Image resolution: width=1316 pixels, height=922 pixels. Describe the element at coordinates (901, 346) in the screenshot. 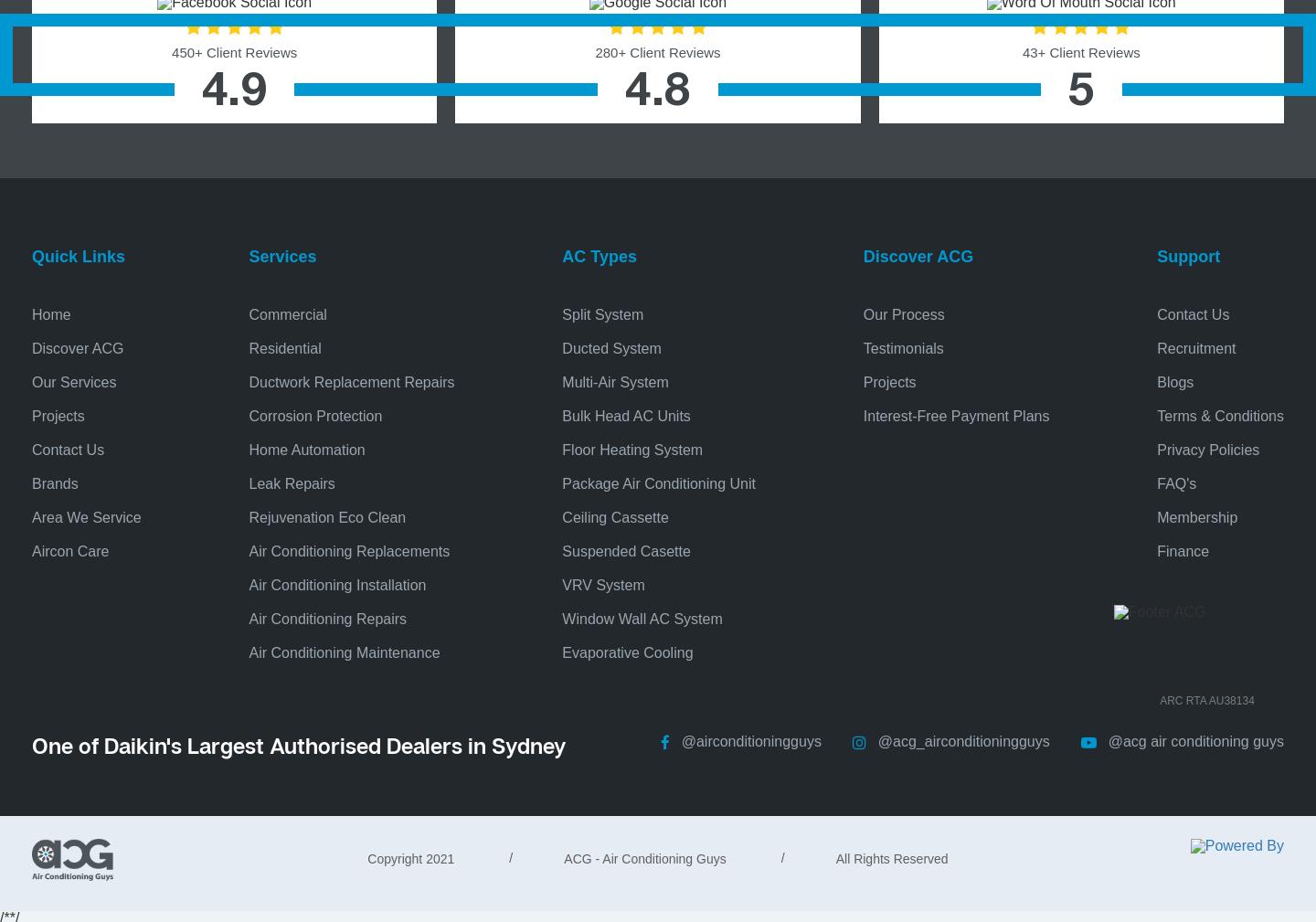

I see `'Testimonials'` at that location.